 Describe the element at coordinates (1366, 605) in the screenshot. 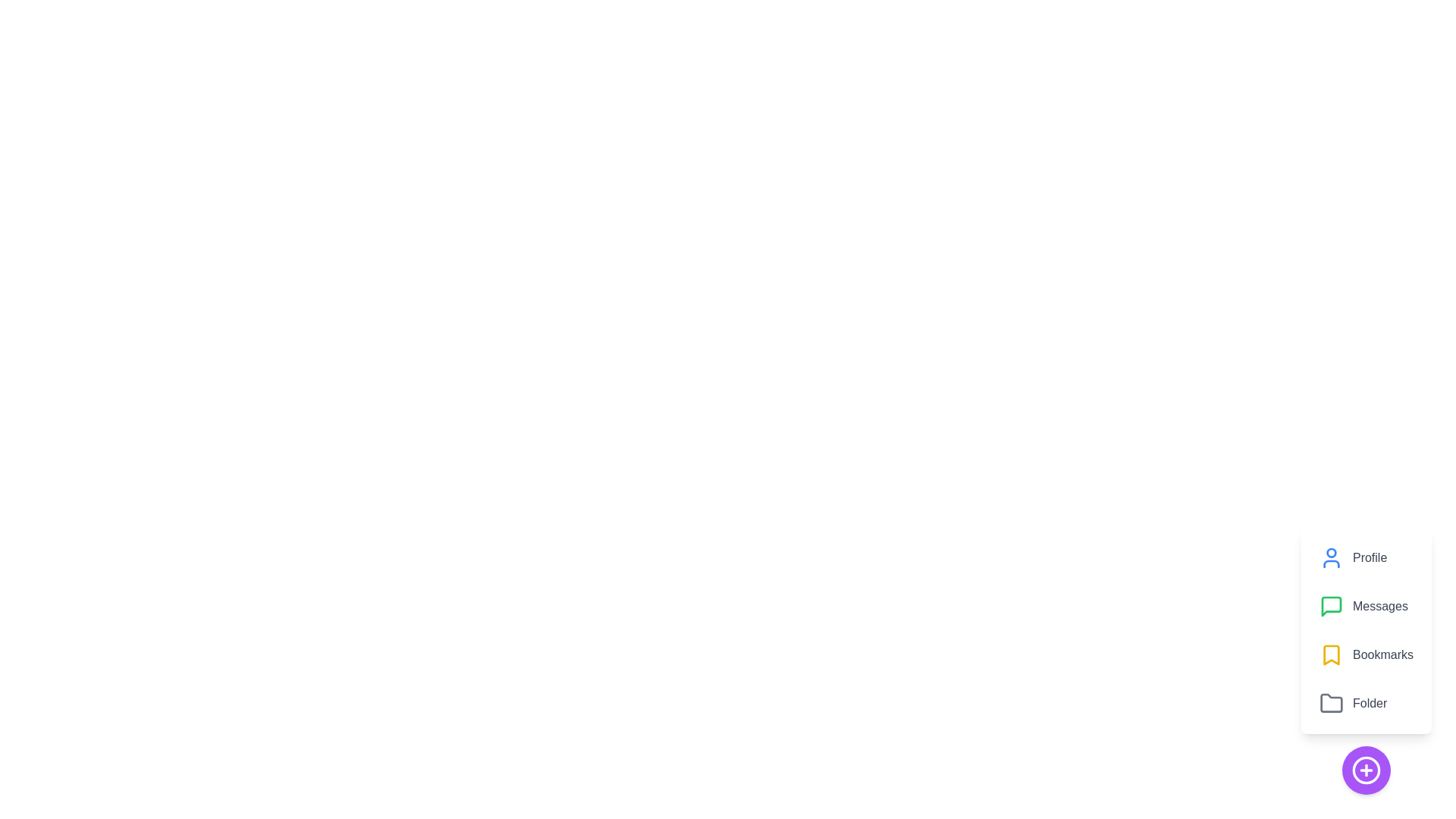

I see `the 'Messages' button in the CustomSpeedDial component` at that location.